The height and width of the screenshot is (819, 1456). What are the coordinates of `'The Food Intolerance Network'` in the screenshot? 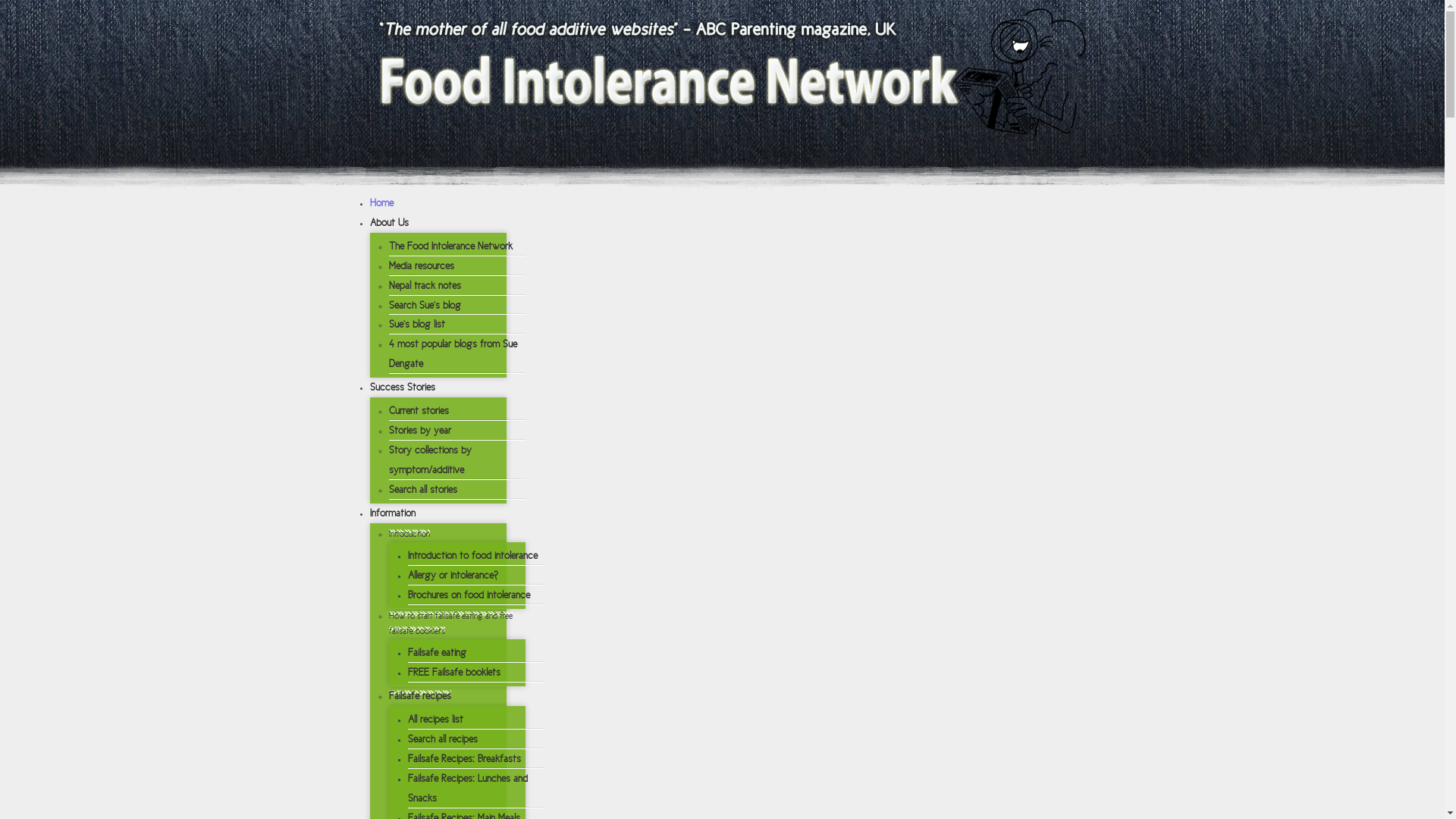 It's located at (449, 245).